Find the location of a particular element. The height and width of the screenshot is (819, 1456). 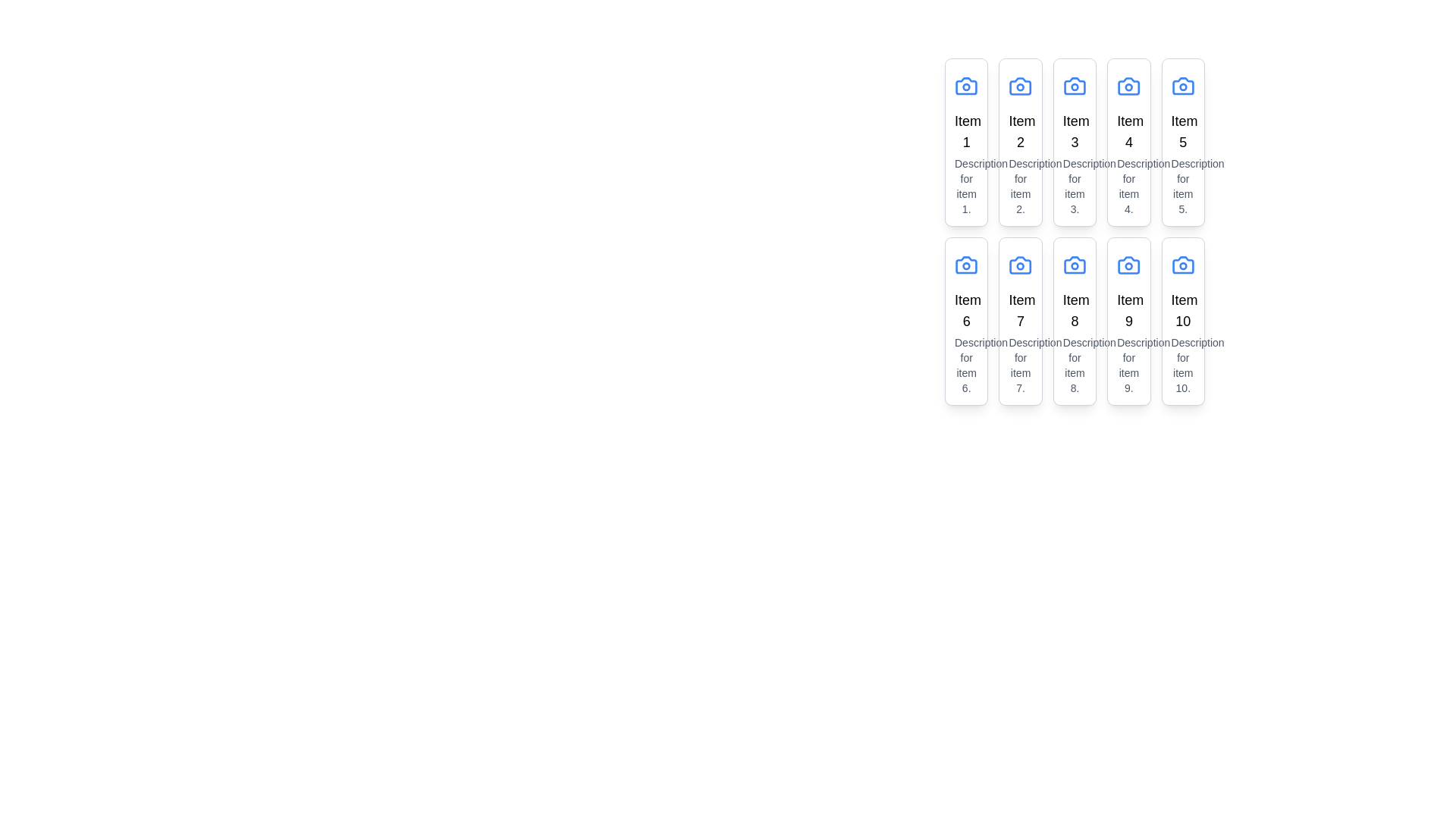

the visual indicator icon representing an image or media-related feature located in the top portion of the 'Item 10' box in the second row and fifth column of the grid layout is located at coordinates (1182, 265).